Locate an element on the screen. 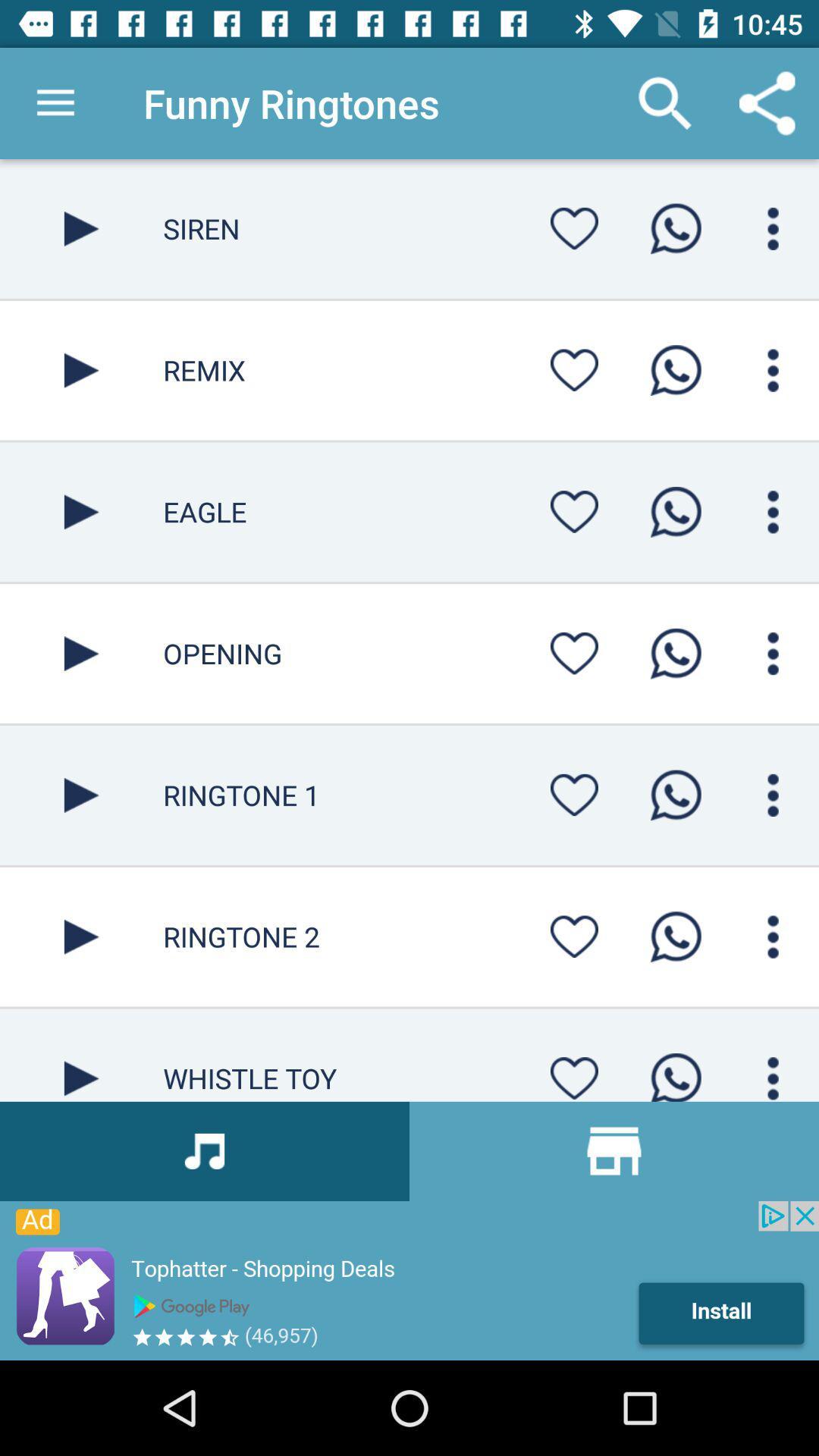 The height and width of the screenshot is (1456, 819). mark as favorite is located at coordinates (574, 370).